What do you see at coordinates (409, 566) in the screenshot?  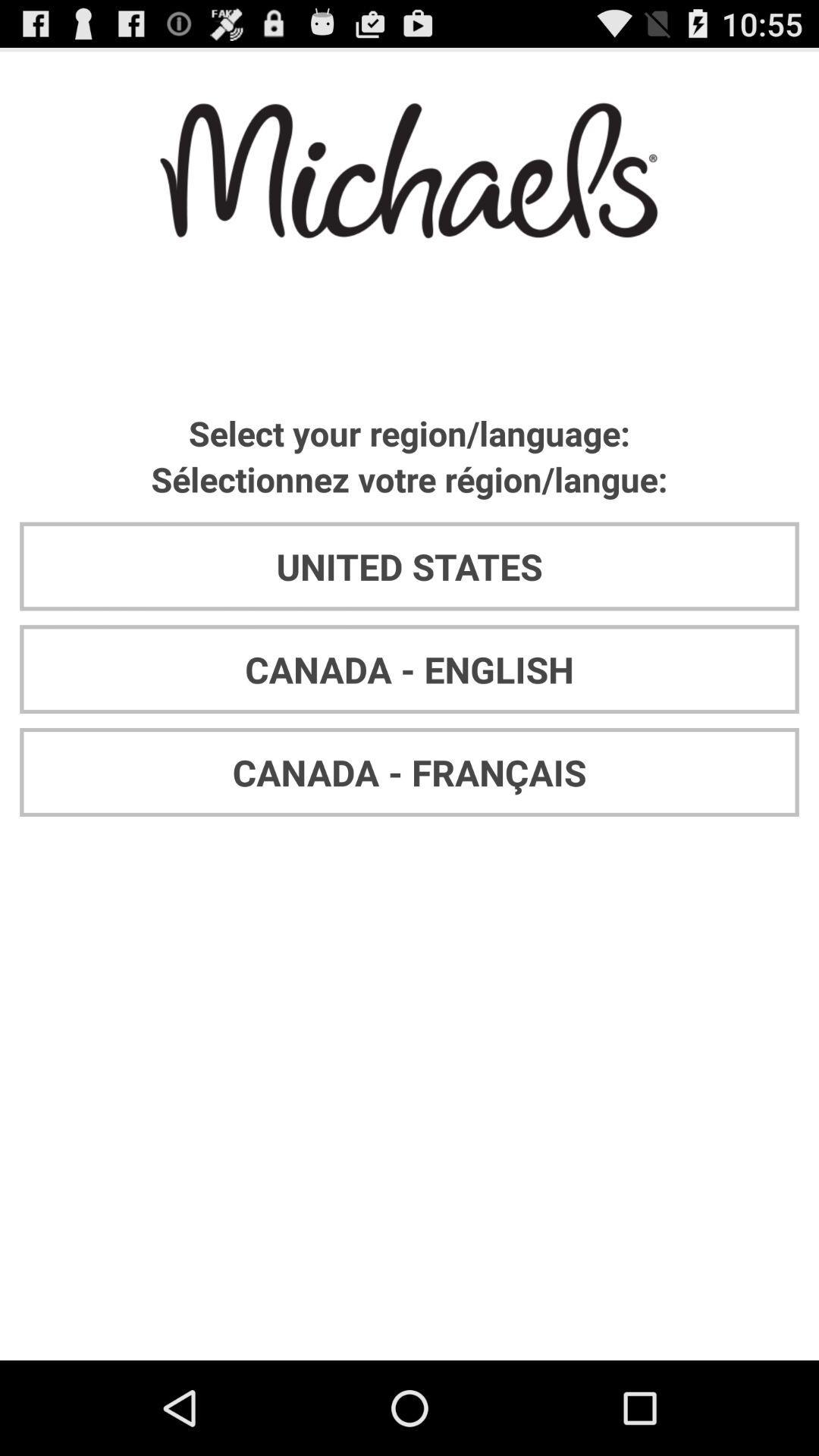 I see `the united states item` at bounding box center [409, 566].